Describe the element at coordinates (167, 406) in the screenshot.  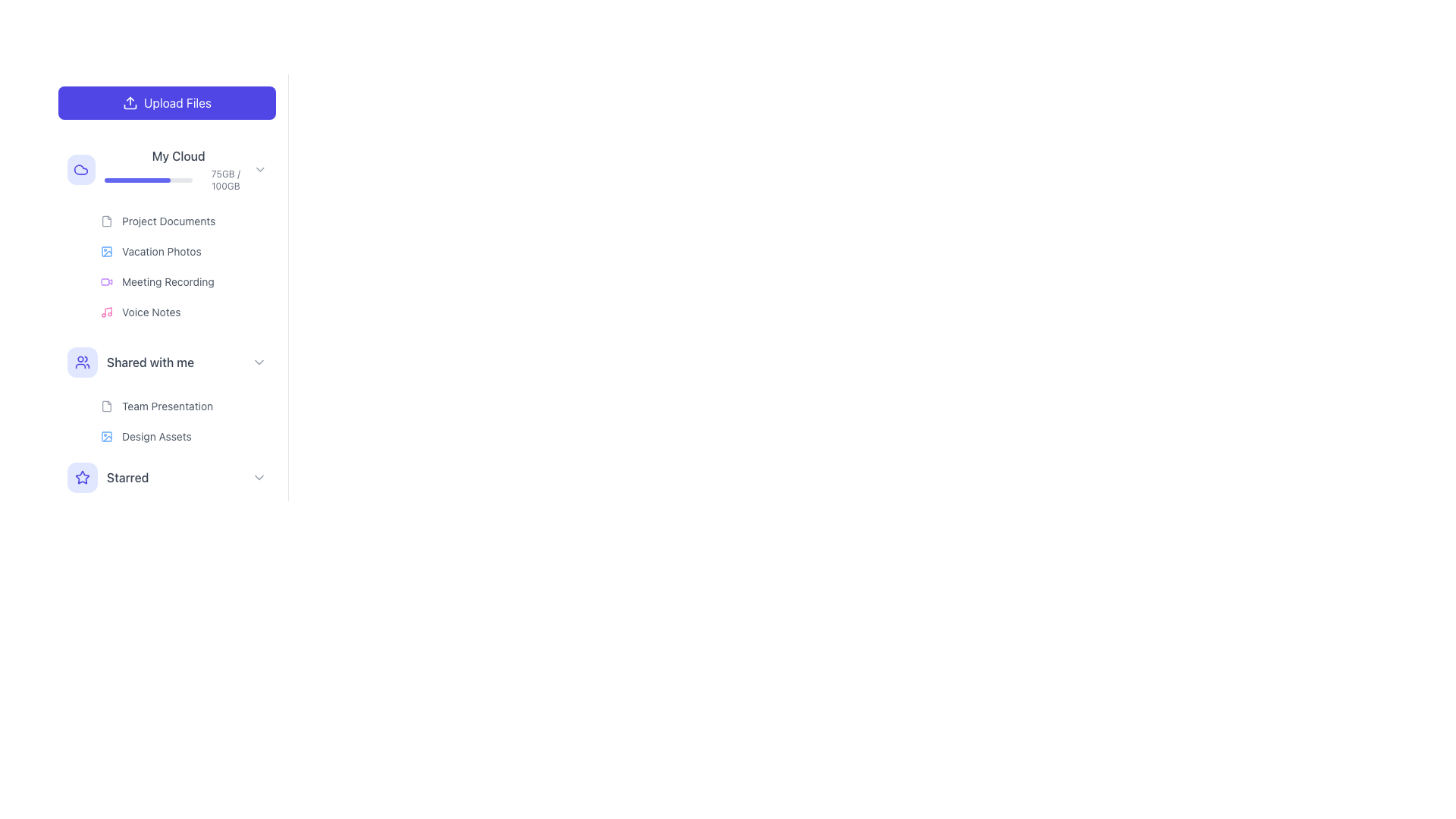
I see `the text label displaying 'Team Presentation' in gray font located in the sidebar under 'Shared with me'` at that location.